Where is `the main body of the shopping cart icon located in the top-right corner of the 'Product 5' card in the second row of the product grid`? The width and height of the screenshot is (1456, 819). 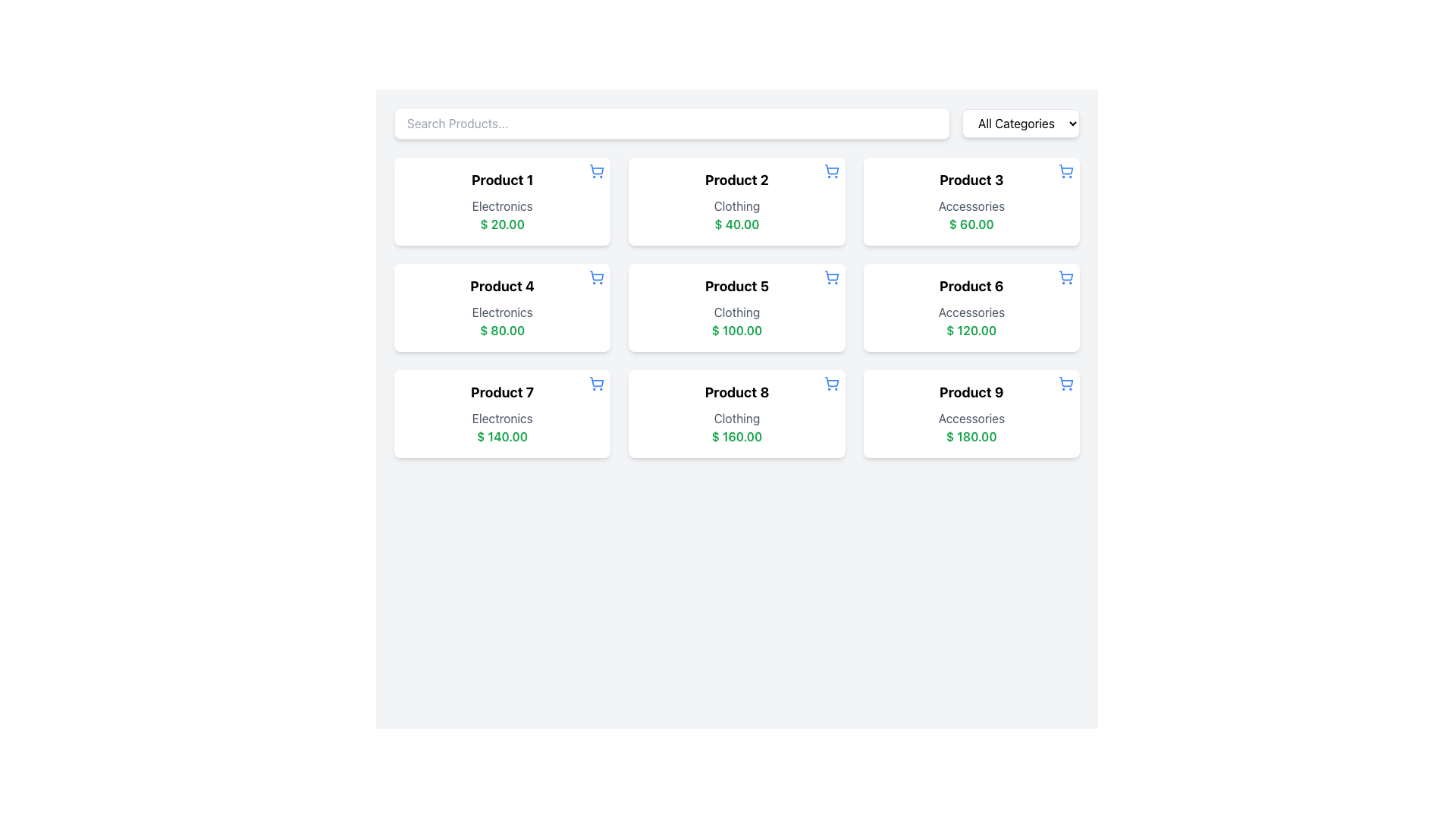
the main body of the shopping cart icon located in the top-right corner of the 'Product 5' card in the second row of the product grid is located at coordinates (830, 275).